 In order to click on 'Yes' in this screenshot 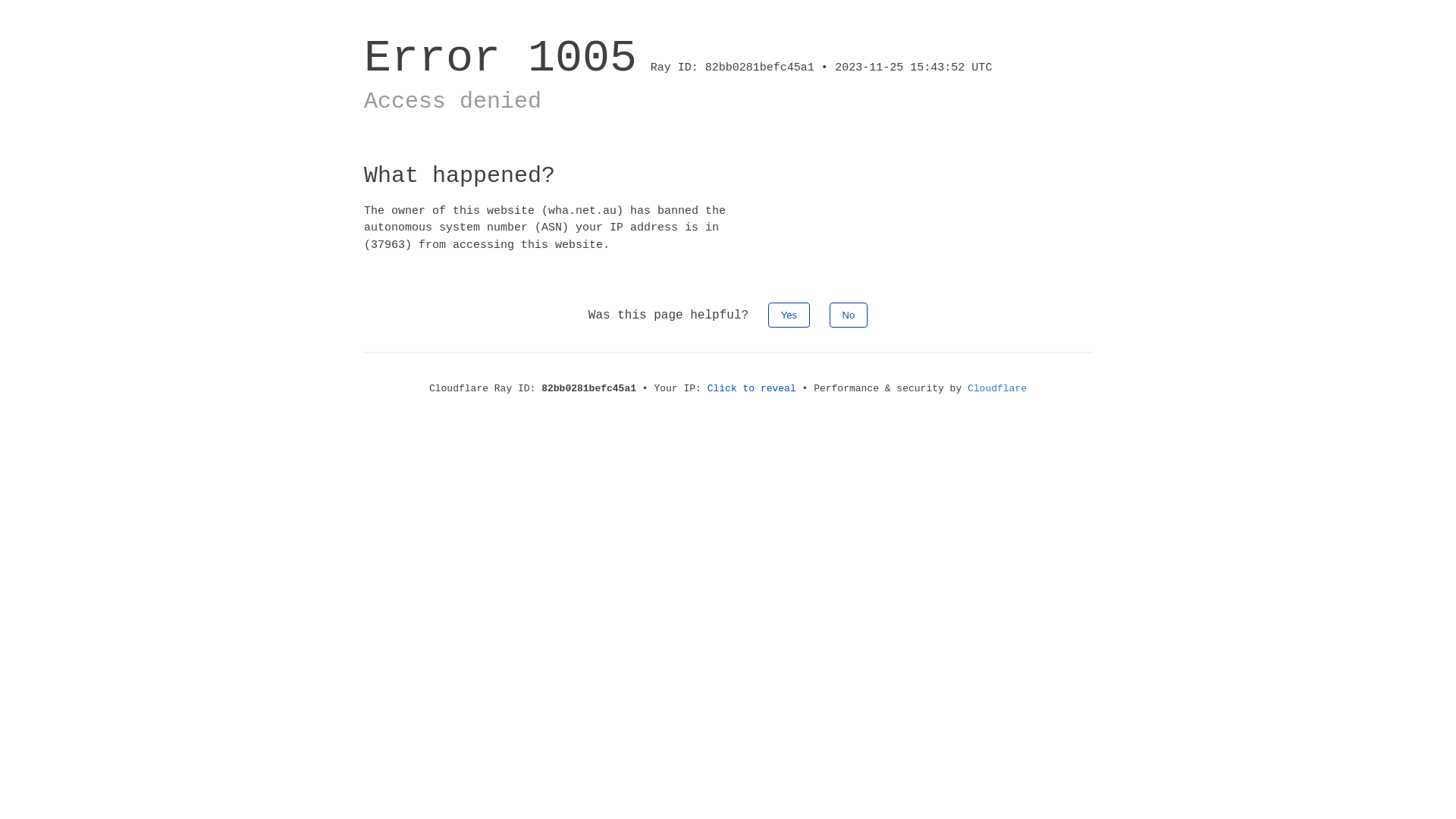, I will do `click(789, 314)`.